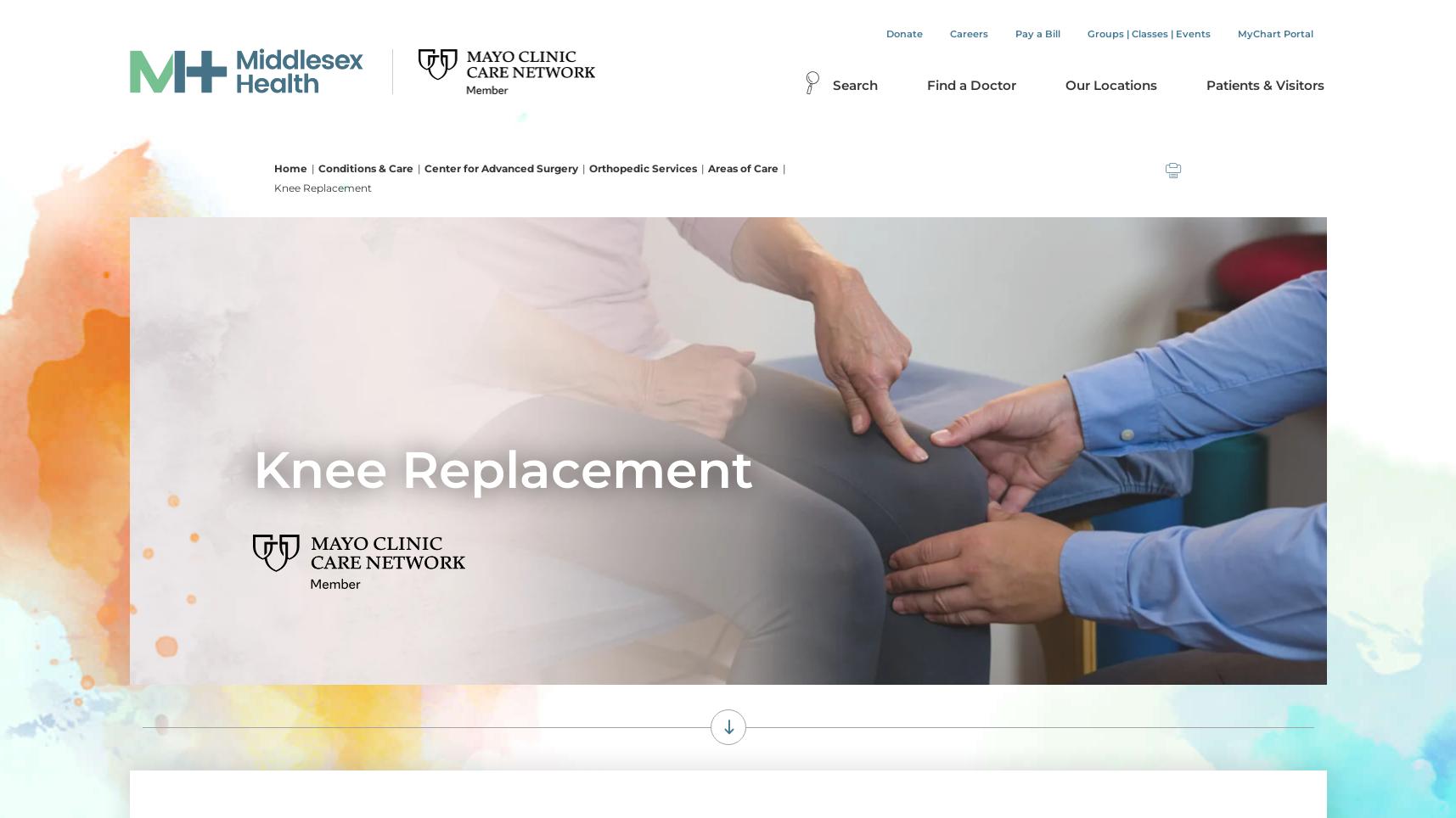 The height and width of the screenshot is (818, 1456). What do you see at coordinates (289, 167) in the screenshot?
I see `'Home'` at bounding box center [289, 167].